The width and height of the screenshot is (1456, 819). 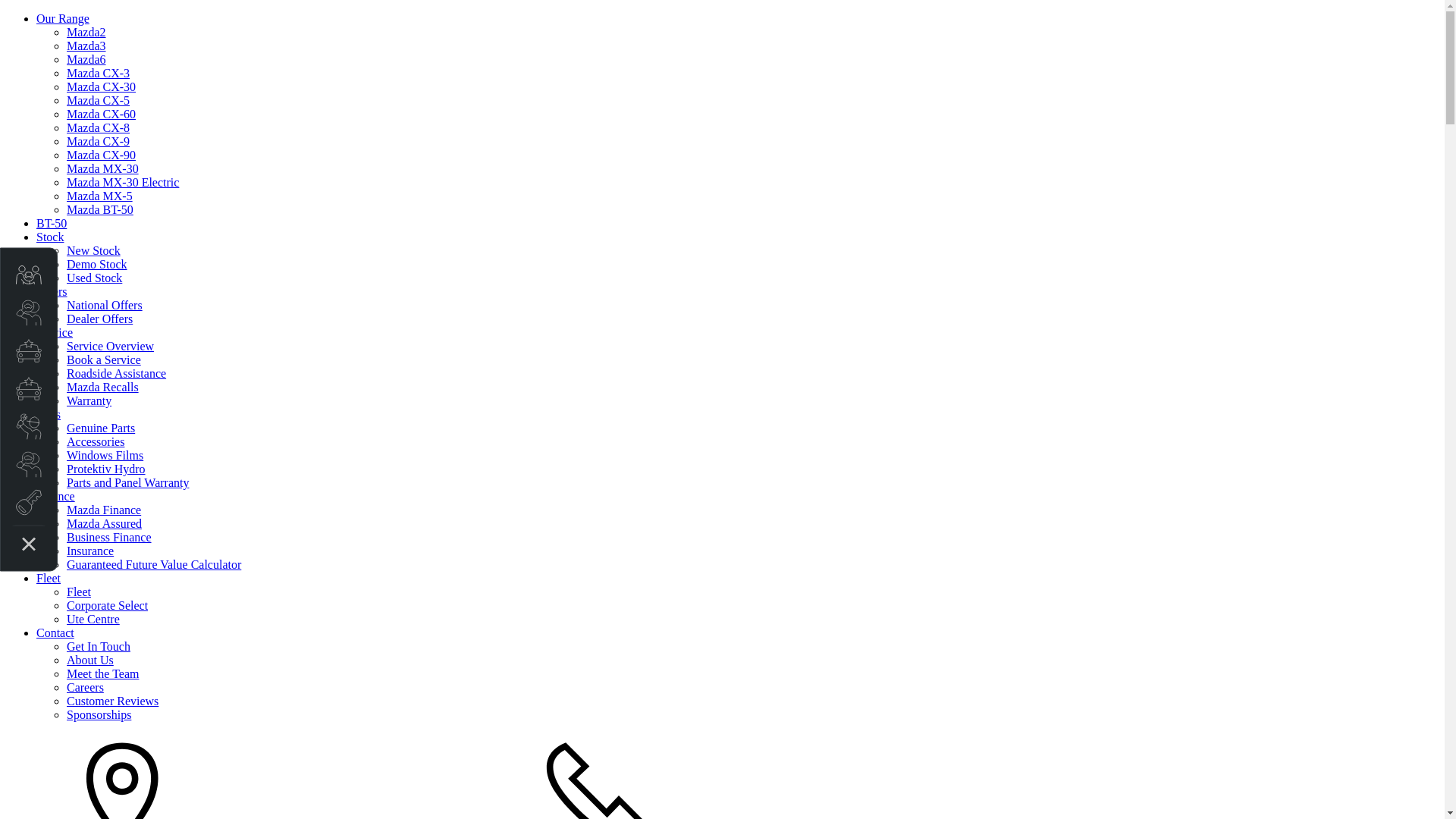 I want to click on 'Sponsorships', so click(x=98, y=714).